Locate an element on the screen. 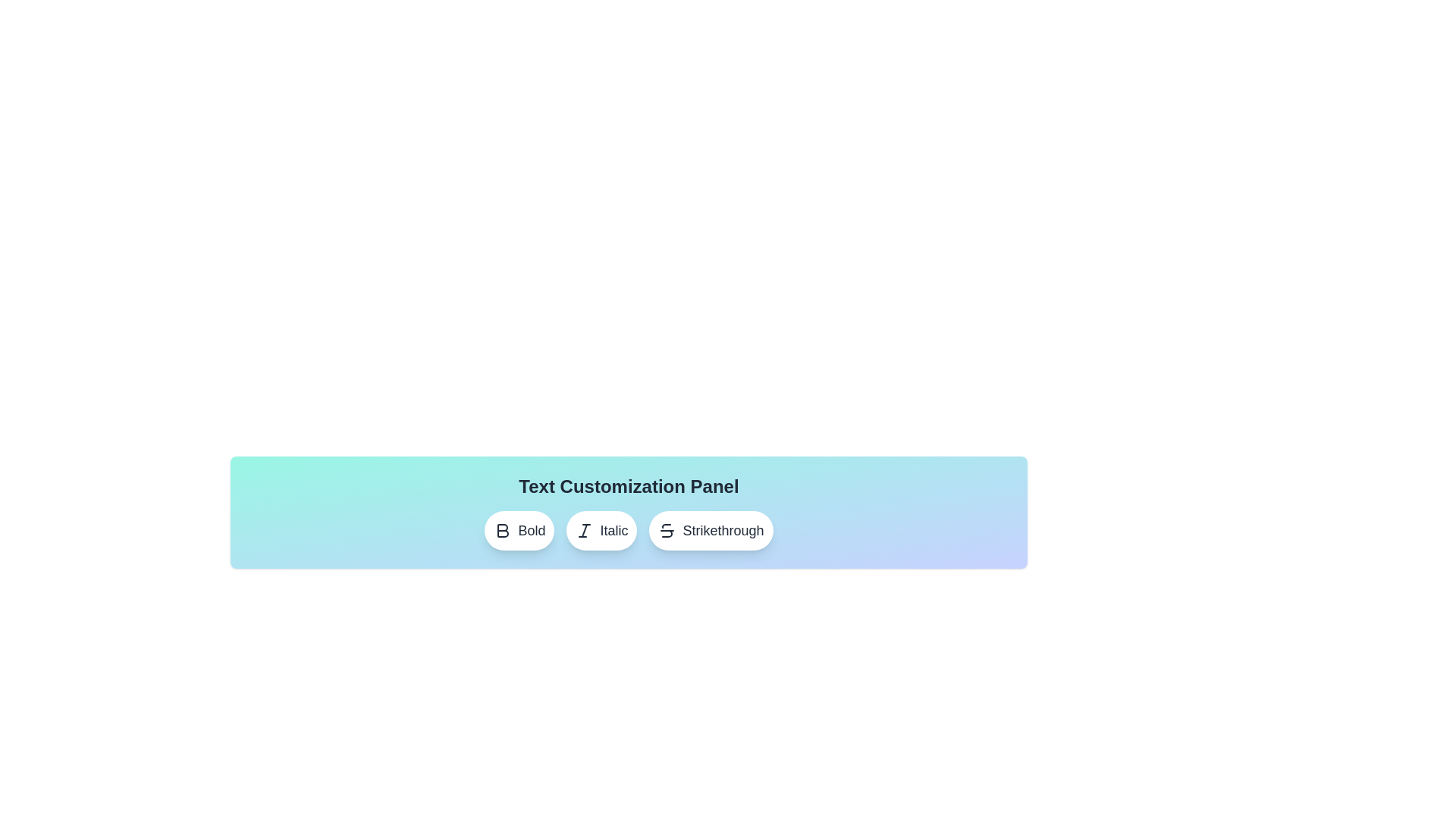  the middle button in the Text Customization Panel to apply italic formatting to the selected text is located at coordinates (629, 529).